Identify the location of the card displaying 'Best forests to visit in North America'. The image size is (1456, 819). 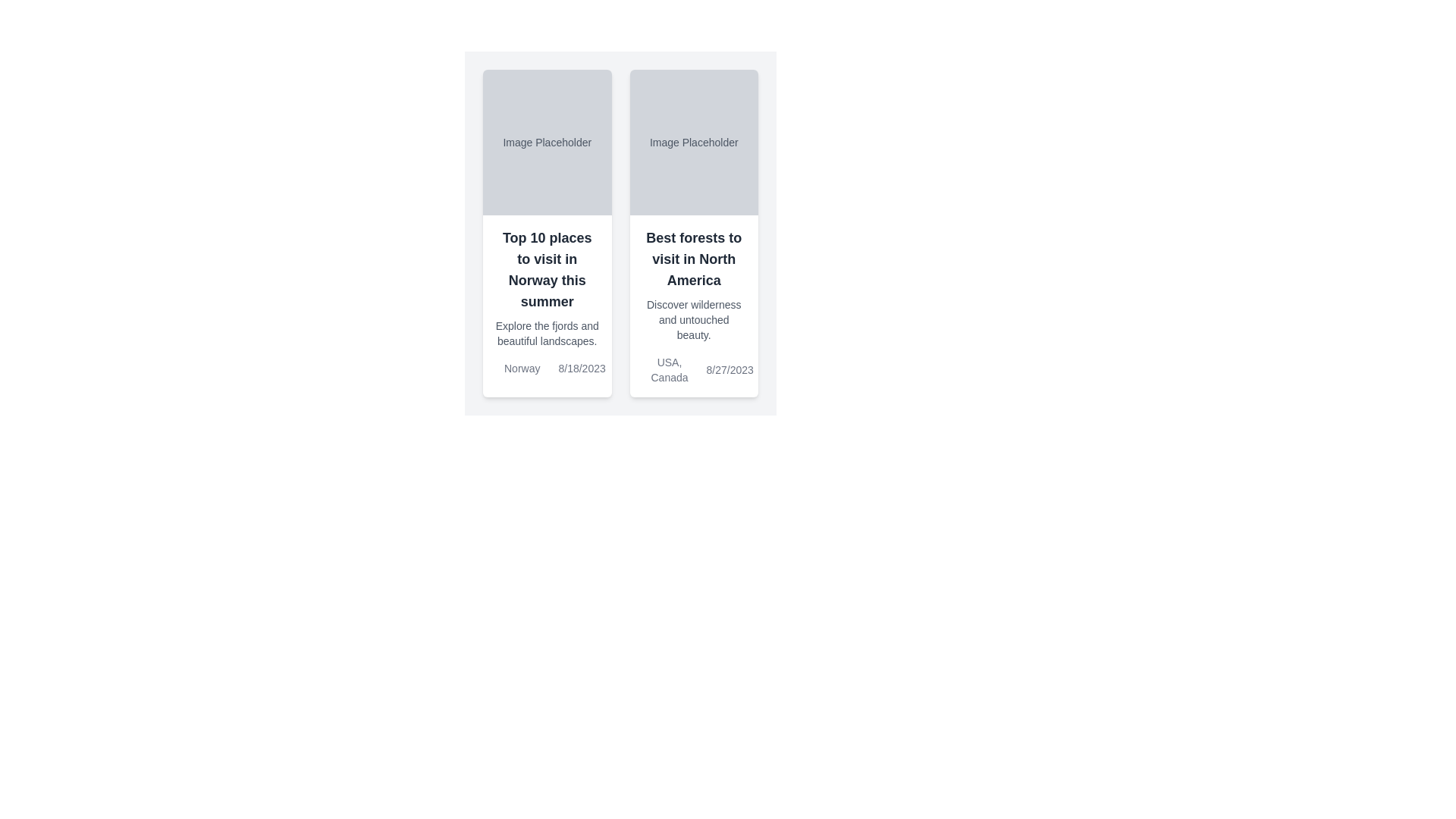
(693, 234).